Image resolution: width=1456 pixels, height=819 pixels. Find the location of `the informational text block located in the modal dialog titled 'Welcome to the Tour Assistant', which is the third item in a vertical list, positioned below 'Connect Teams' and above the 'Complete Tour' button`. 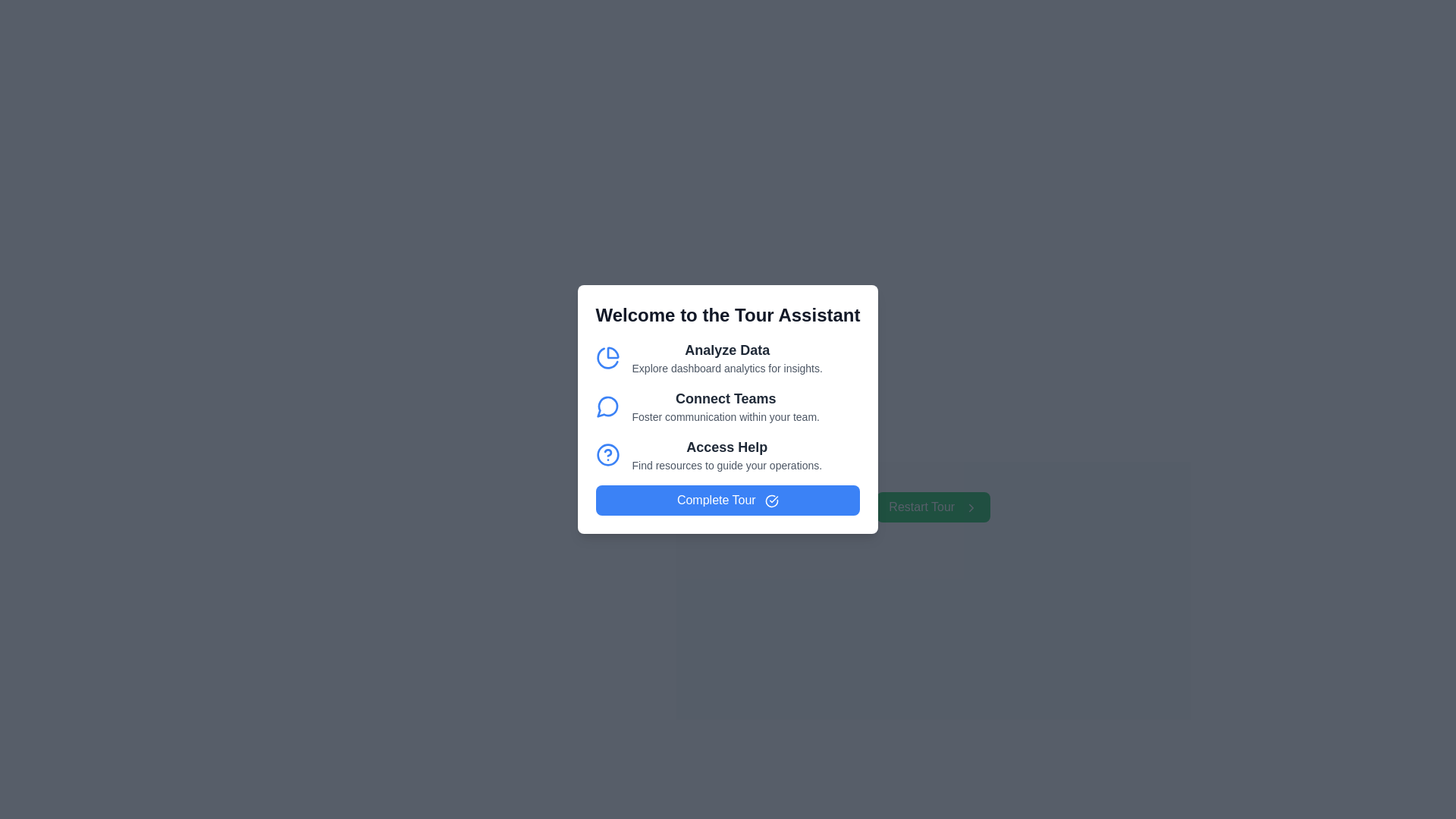

the informational text block located in the modal dialog titled 'Welcome to the Tour Assistant', which is the third item in a vertical list, positioned below 'Connect Teams' and above the 'Complete Tour' button is located at coordinates (726, 454).